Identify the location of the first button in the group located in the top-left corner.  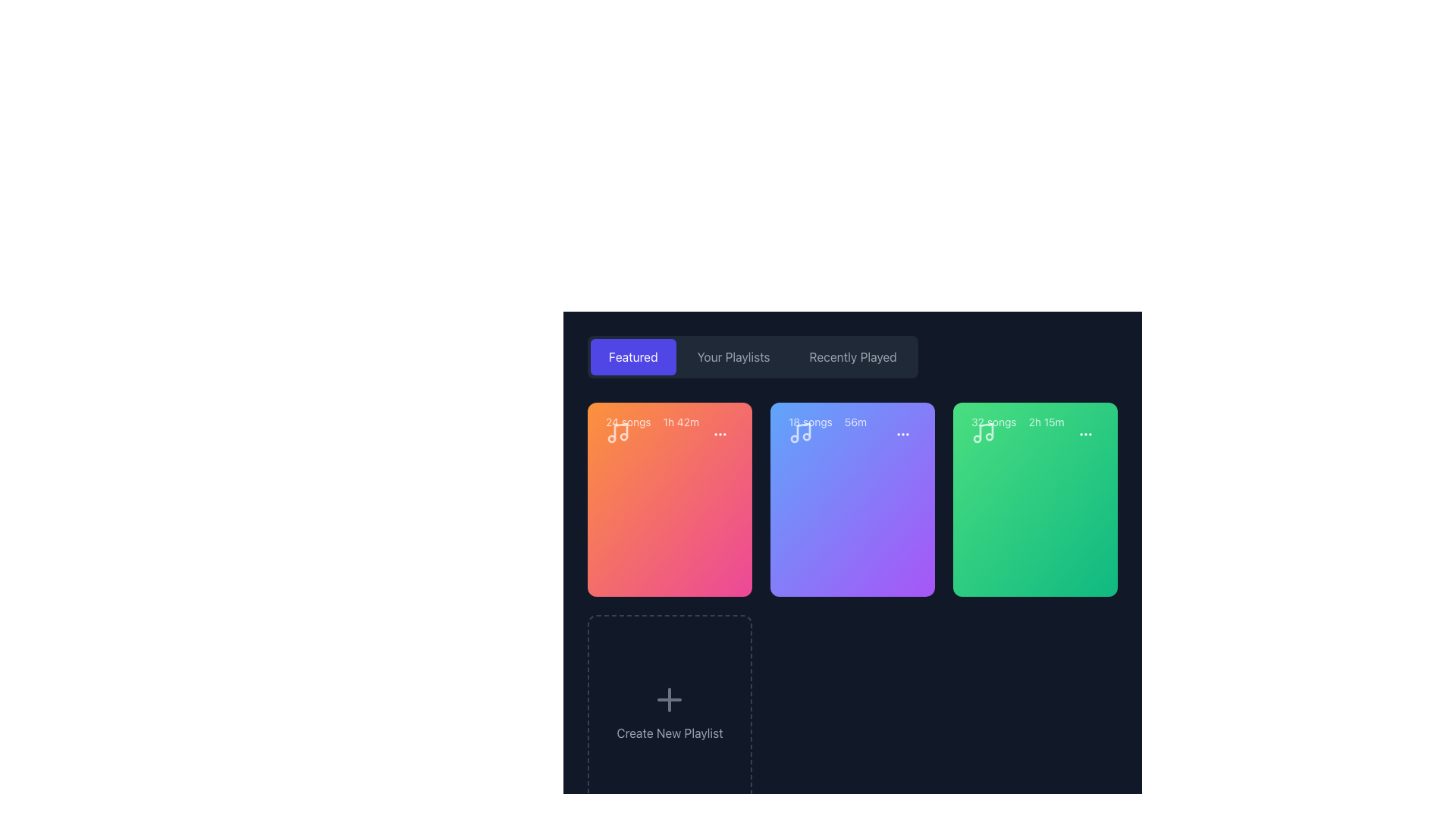
(633, 356).